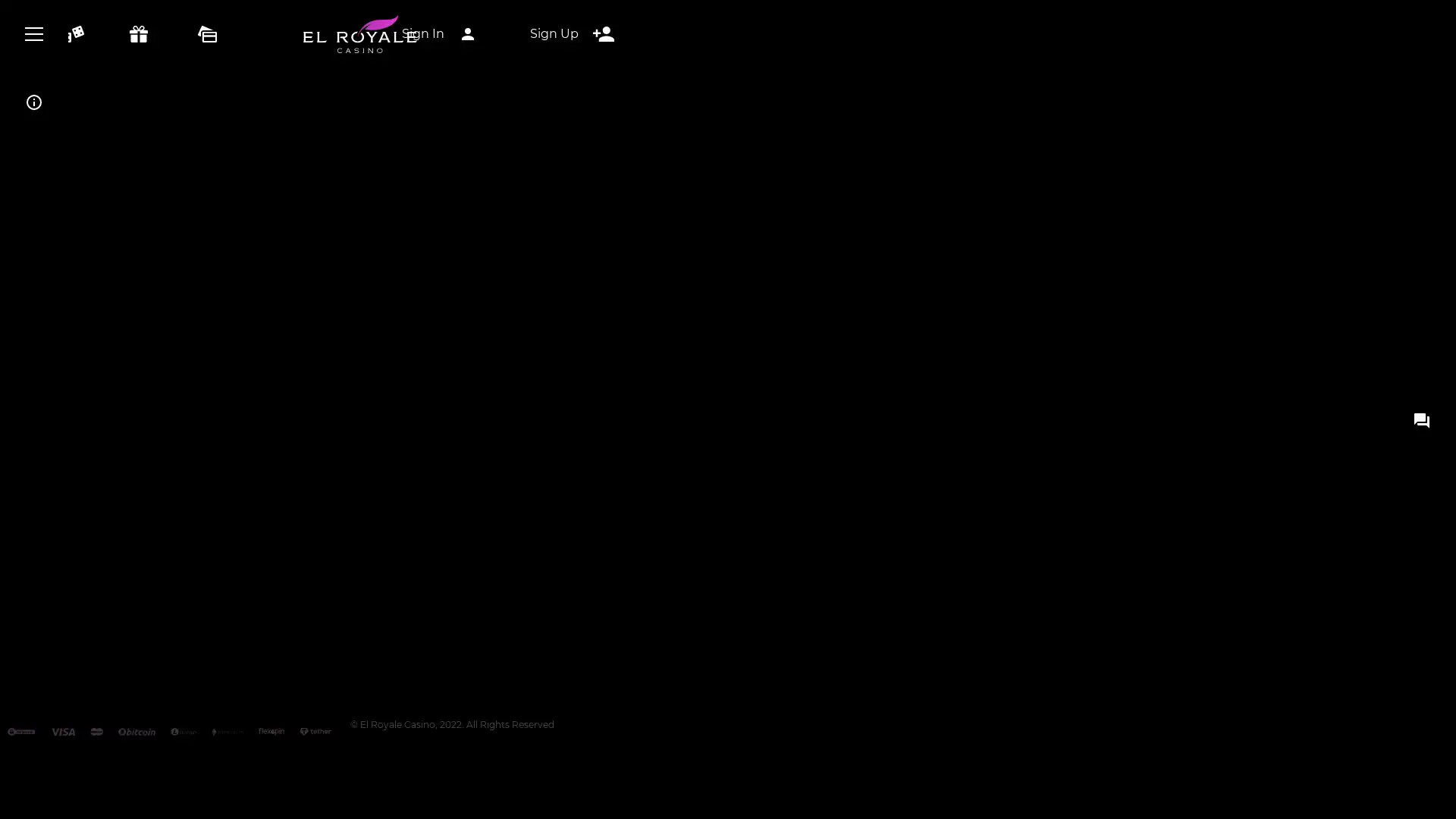 The image size is (1456, 819). What do you see at coordinates (728, 66) in the screenshot?
I see `Create Account` at bounding box center [728, 66].